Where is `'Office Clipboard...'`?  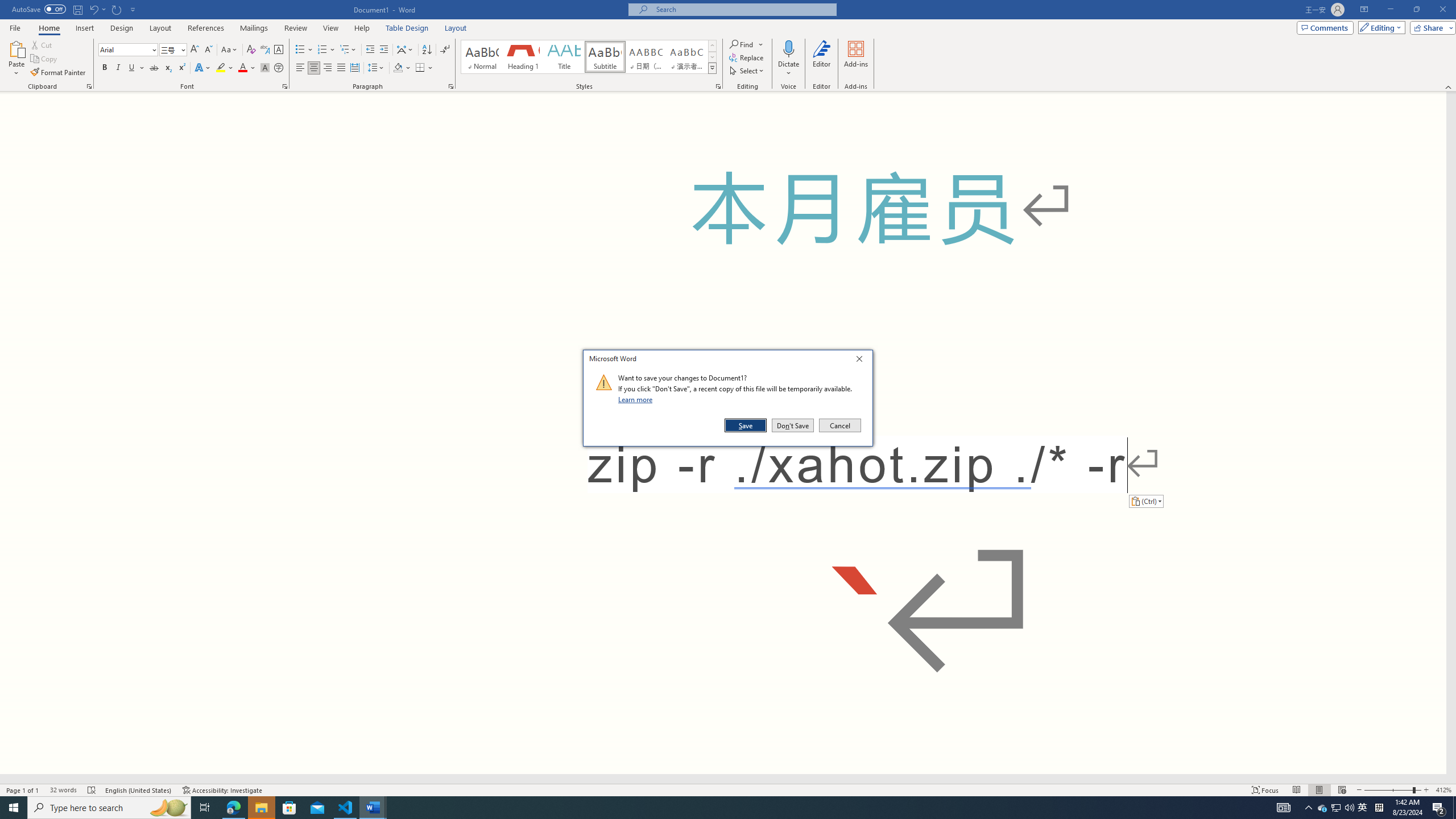
'Office Clipboard...' is located at coordinates (88, 85).